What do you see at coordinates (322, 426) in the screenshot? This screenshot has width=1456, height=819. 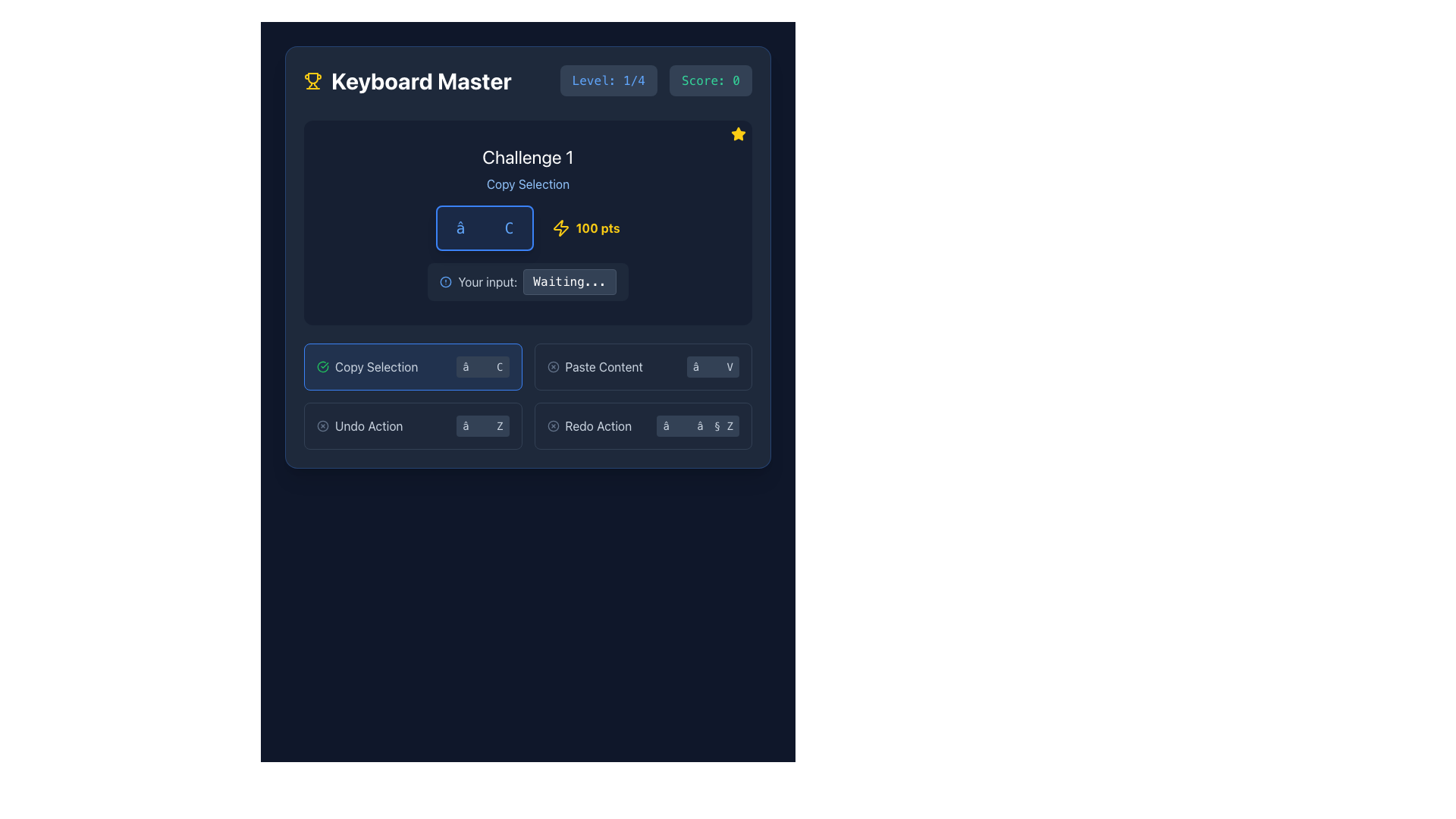 I see `the outer ring of the circular icon located in the top-right area of the interface near the header labeled 'Keyboard Master'` at bounding box center [322, 426].